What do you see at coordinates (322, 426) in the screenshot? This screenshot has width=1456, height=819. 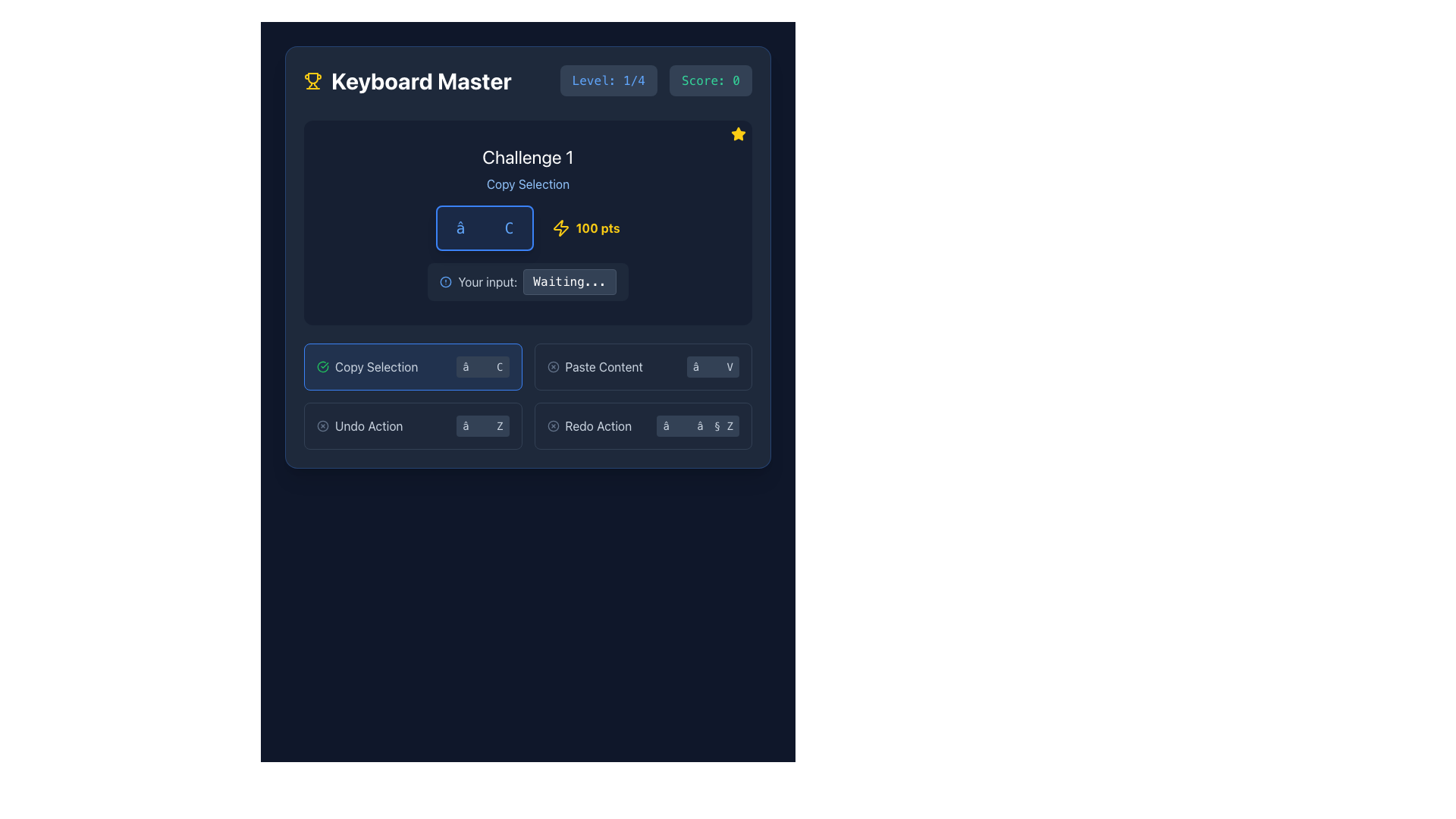 I see `the outer ring of the circular icon located in the top-right area of the interface near the header labeled 'Keyboard Master'` at bounding box center [322, 426].